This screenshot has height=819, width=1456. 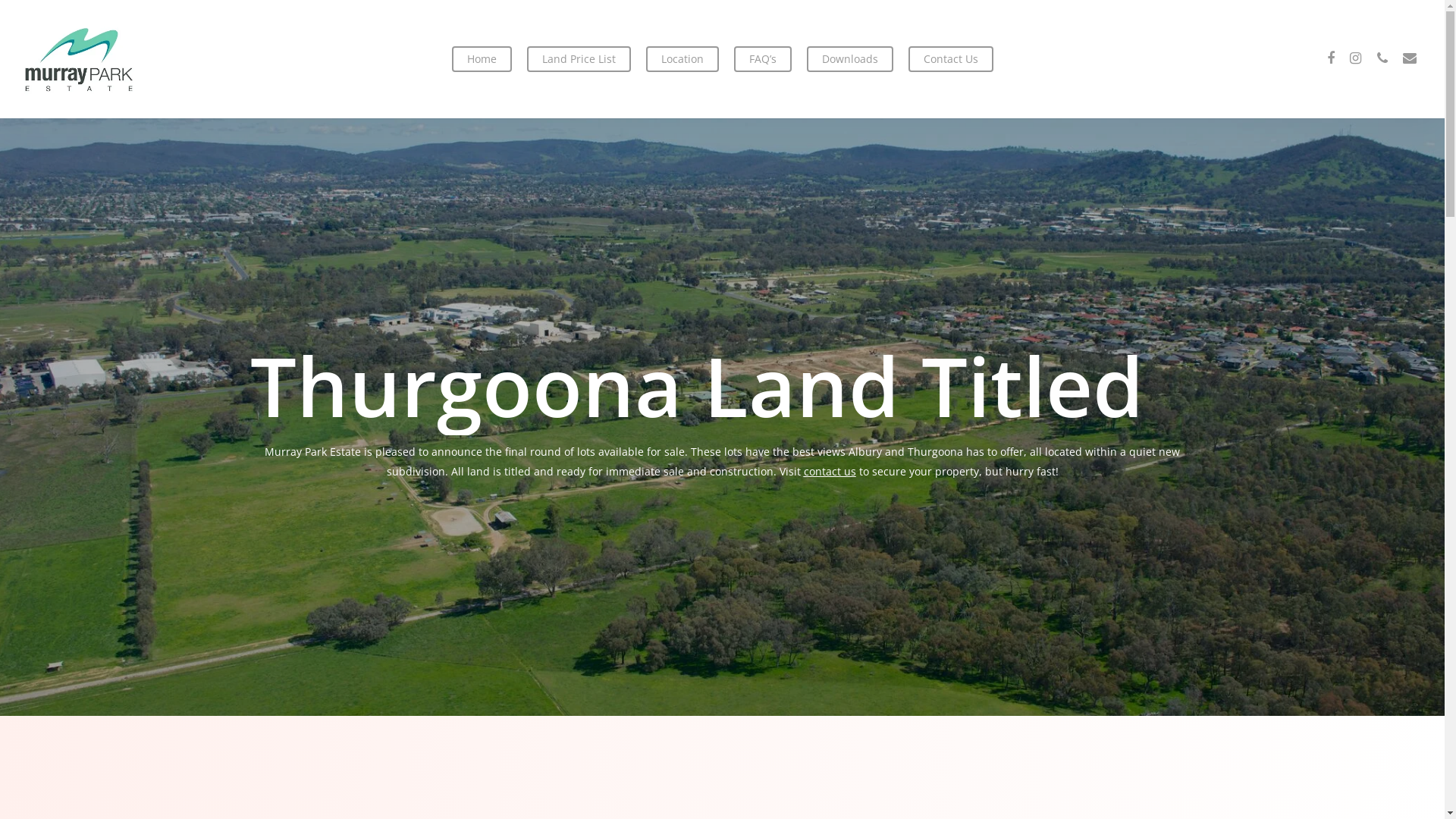 What do you see at coordinates (450, 58) in the screenshot?
I see `'Home'` at bounding box center [450, 58].